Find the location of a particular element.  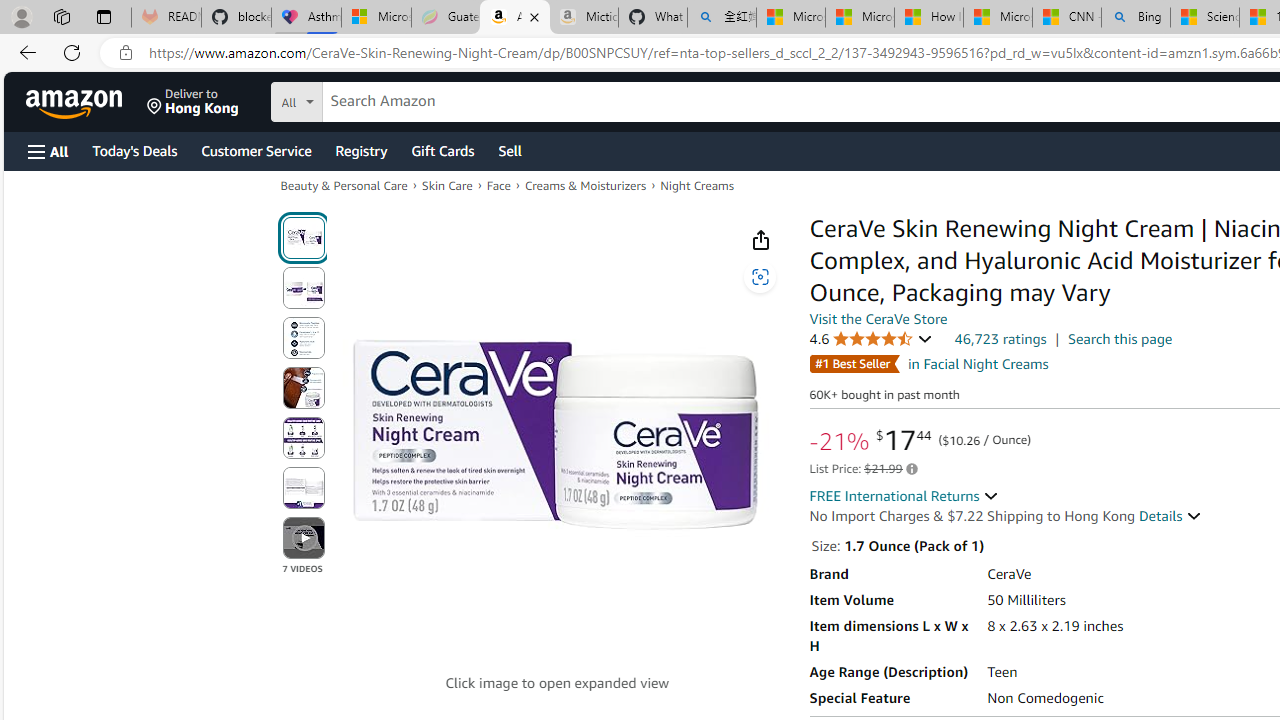

'Registry' is located at coordinates (360, 149).